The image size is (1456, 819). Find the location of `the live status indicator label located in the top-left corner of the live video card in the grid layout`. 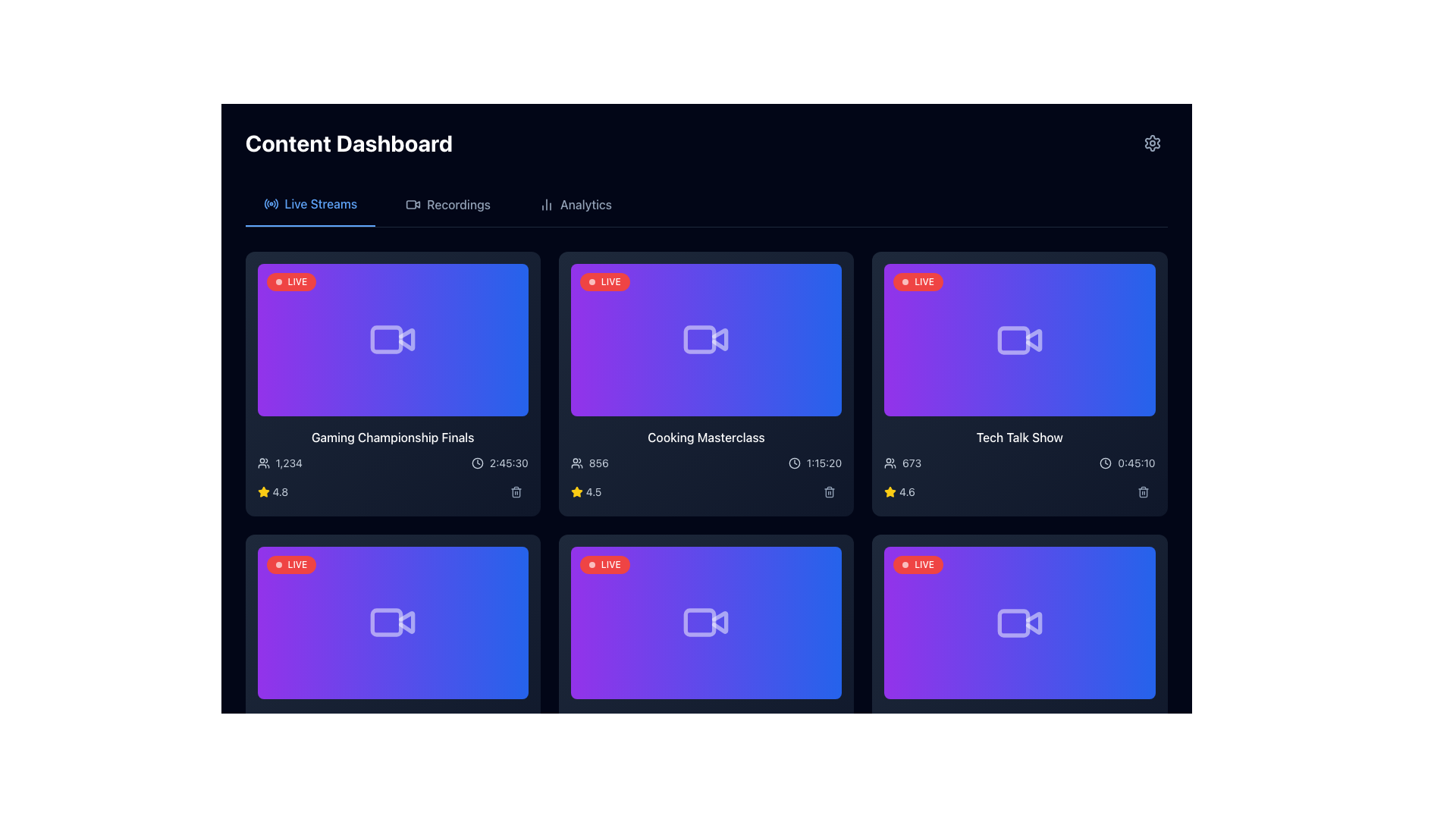

the live status indicator label located in the top-left corner of the live video card in the grid layout is located at coordinates (604, 564).